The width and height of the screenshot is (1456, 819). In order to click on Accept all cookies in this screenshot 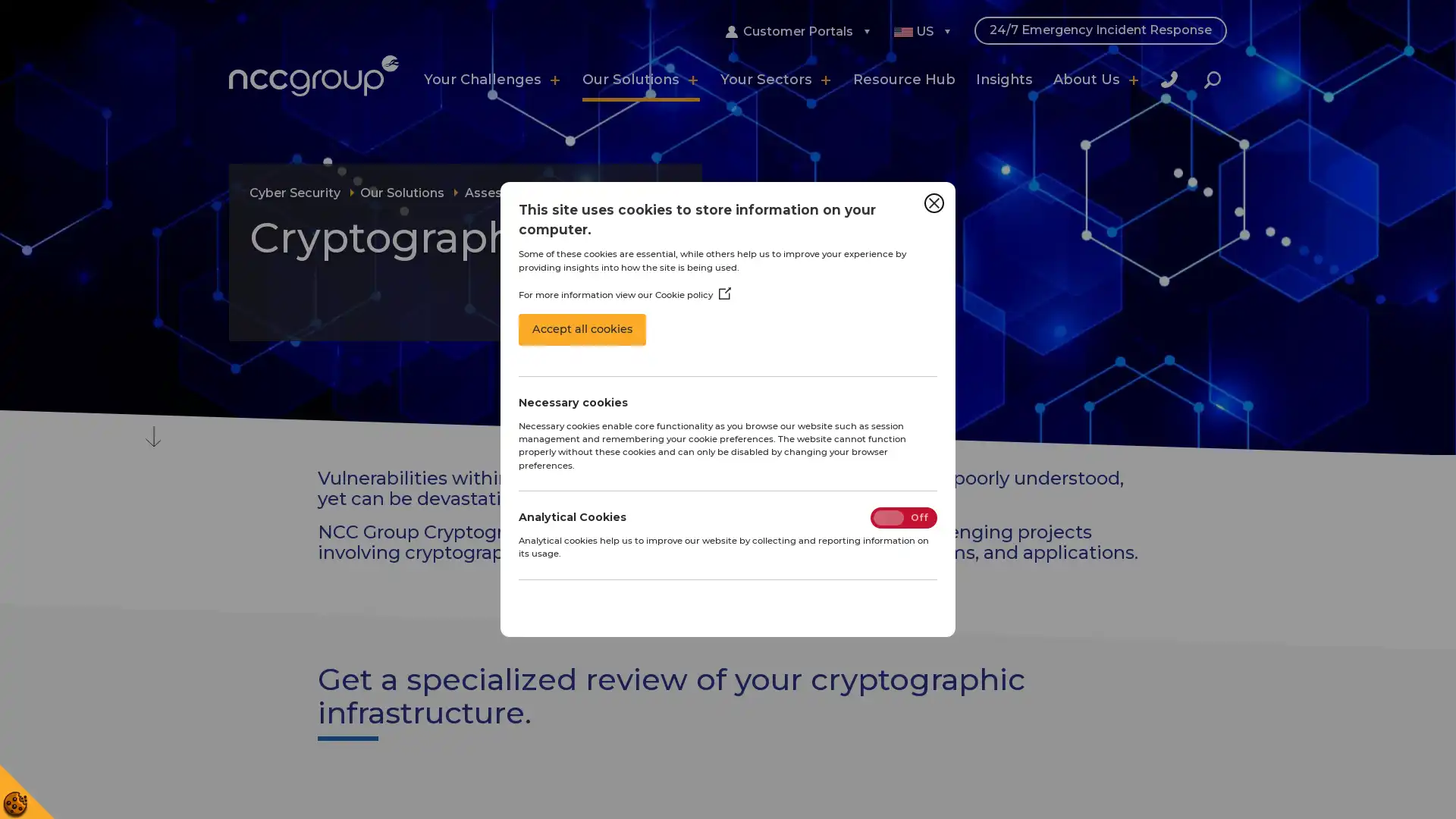, I will do `click(582, 328)`.